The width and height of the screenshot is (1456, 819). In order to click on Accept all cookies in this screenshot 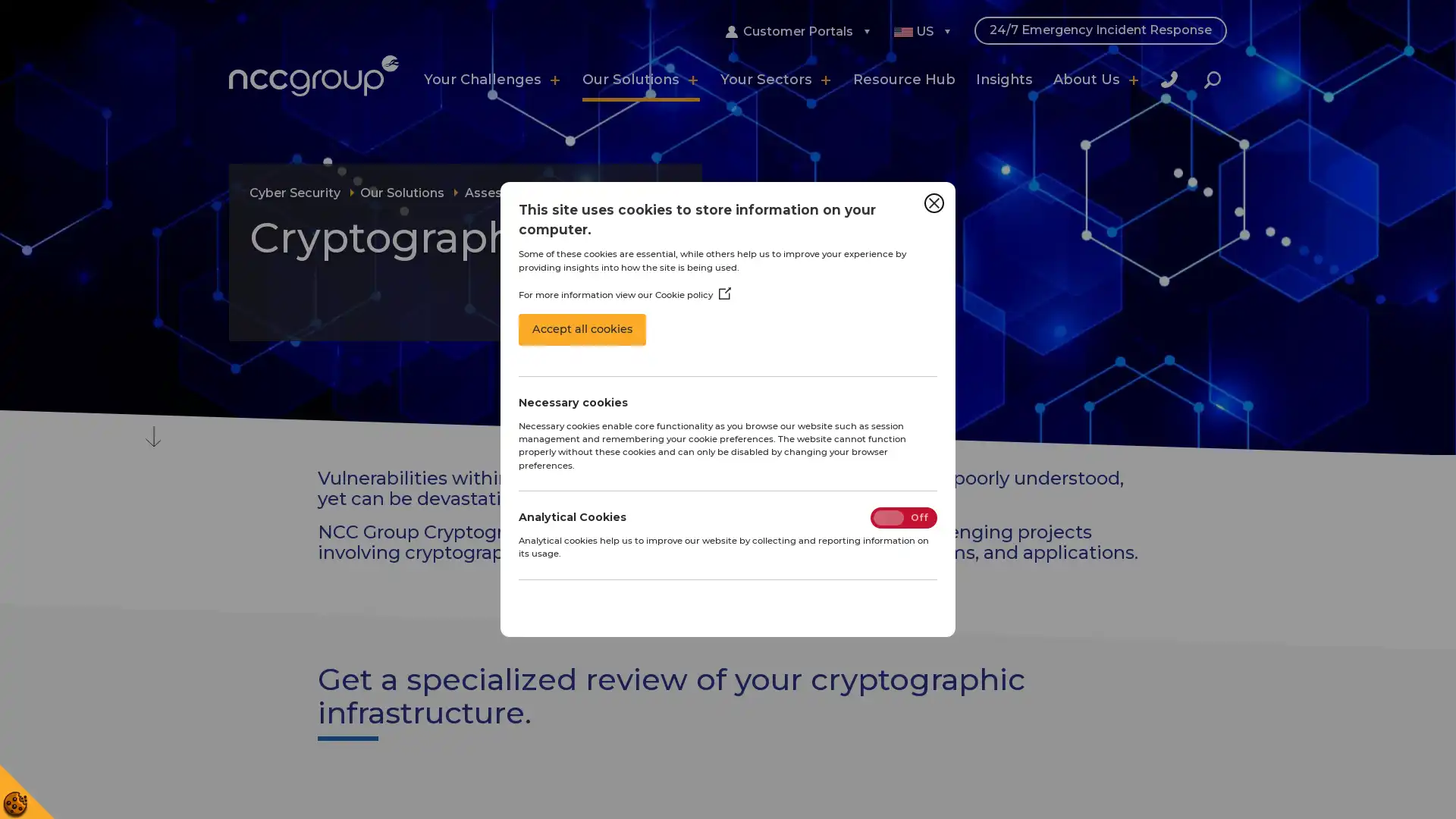, I will do `click(582, 328)`.